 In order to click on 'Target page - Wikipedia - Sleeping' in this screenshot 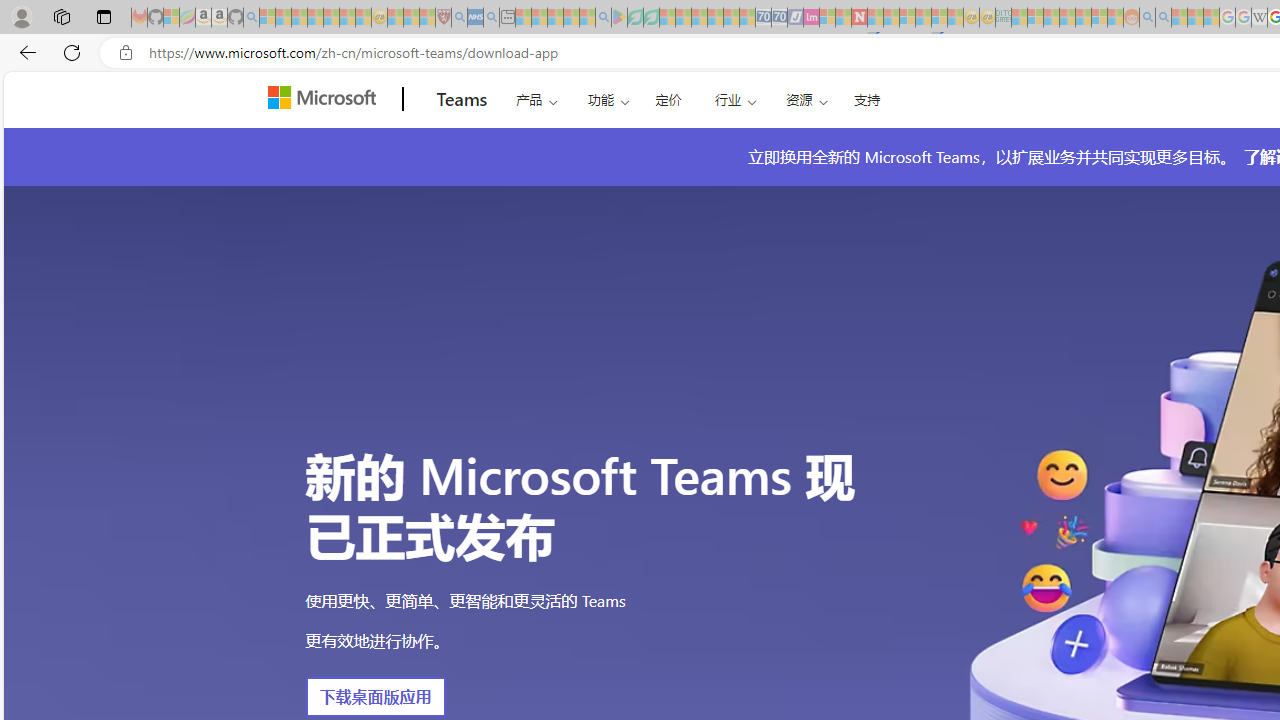, I will do `click(1258, 17)`.